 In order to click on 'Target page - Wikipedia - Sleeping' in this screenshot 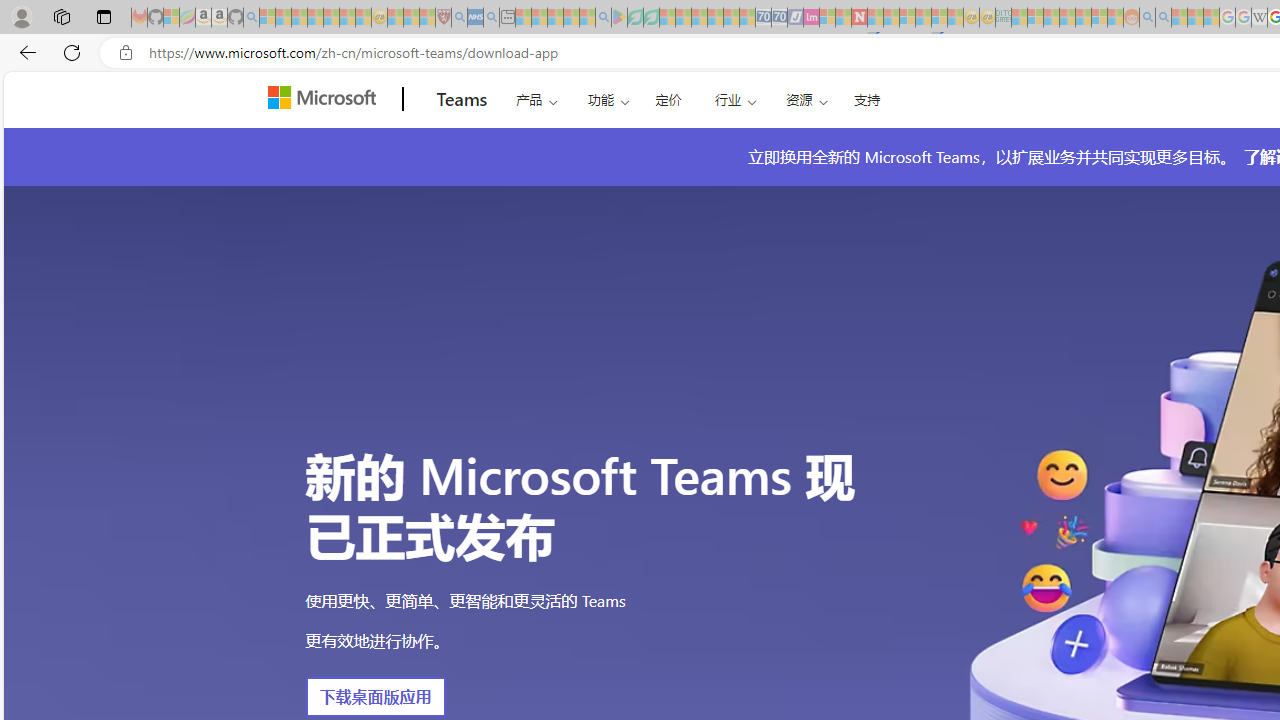, I will do `click(1258, 17)`.